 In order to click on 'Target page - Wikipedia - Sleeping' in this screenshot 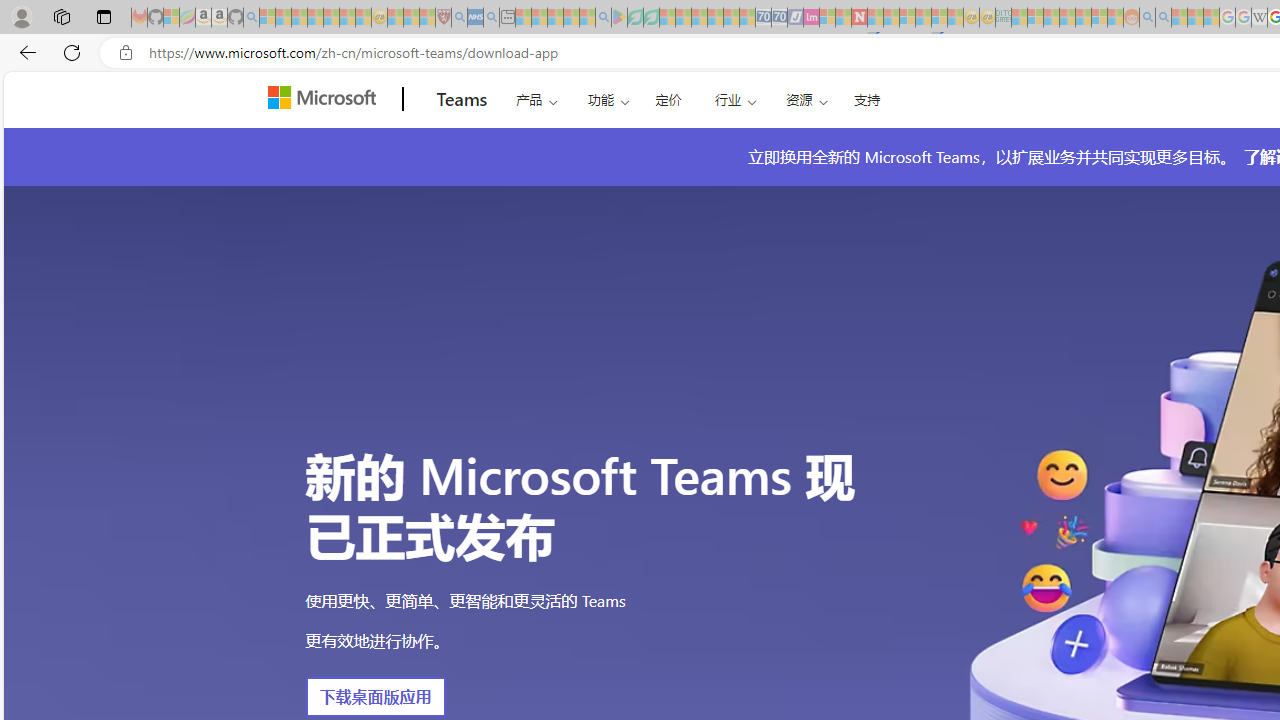, I will do `click(1258, 17)`.